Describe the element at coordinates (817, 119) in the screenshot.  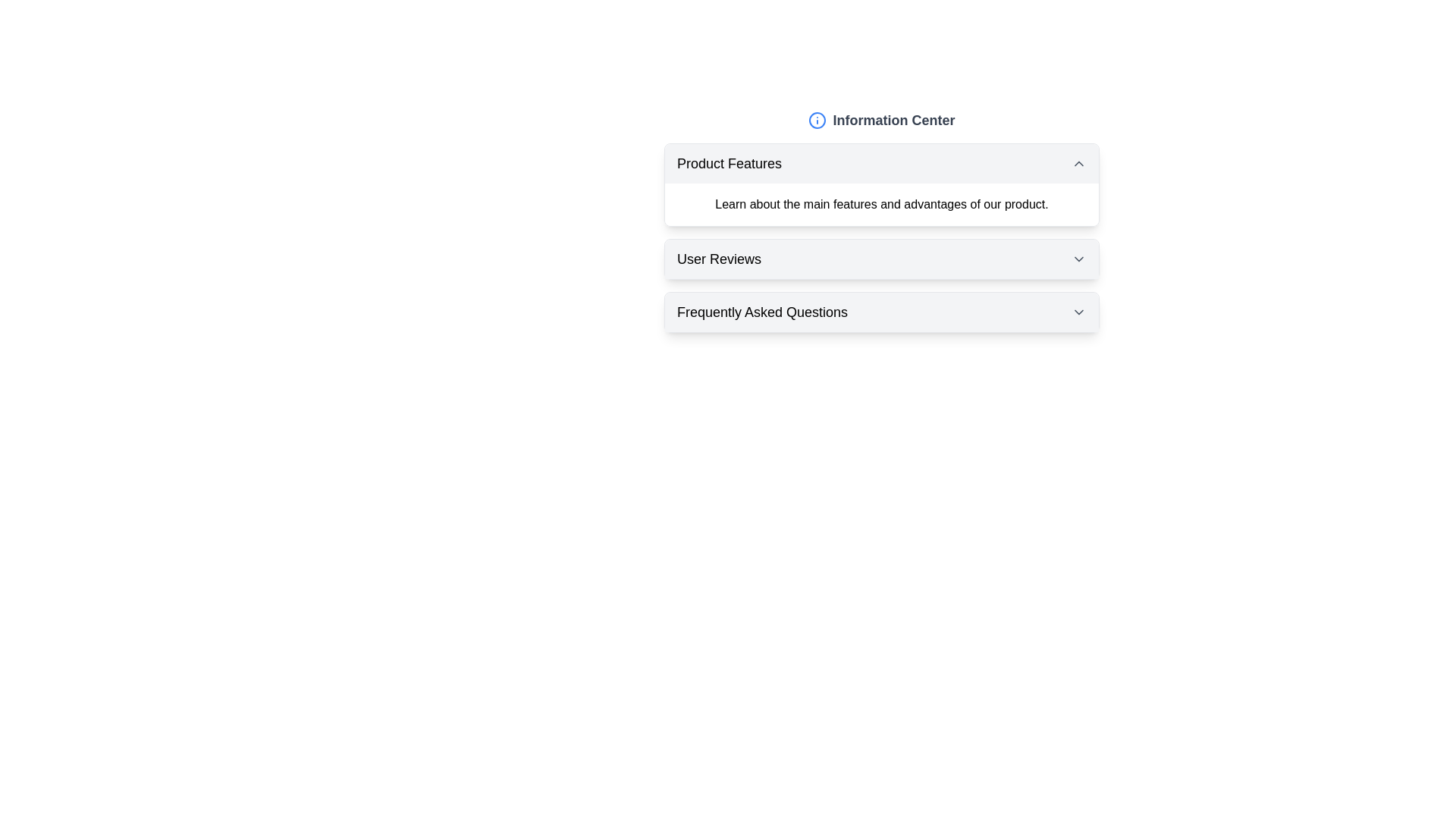
I see `the circular element of the 'Info' icon located near the top-center of the interface, serving as a visual indicator for the 'Information Center' section` at that location.